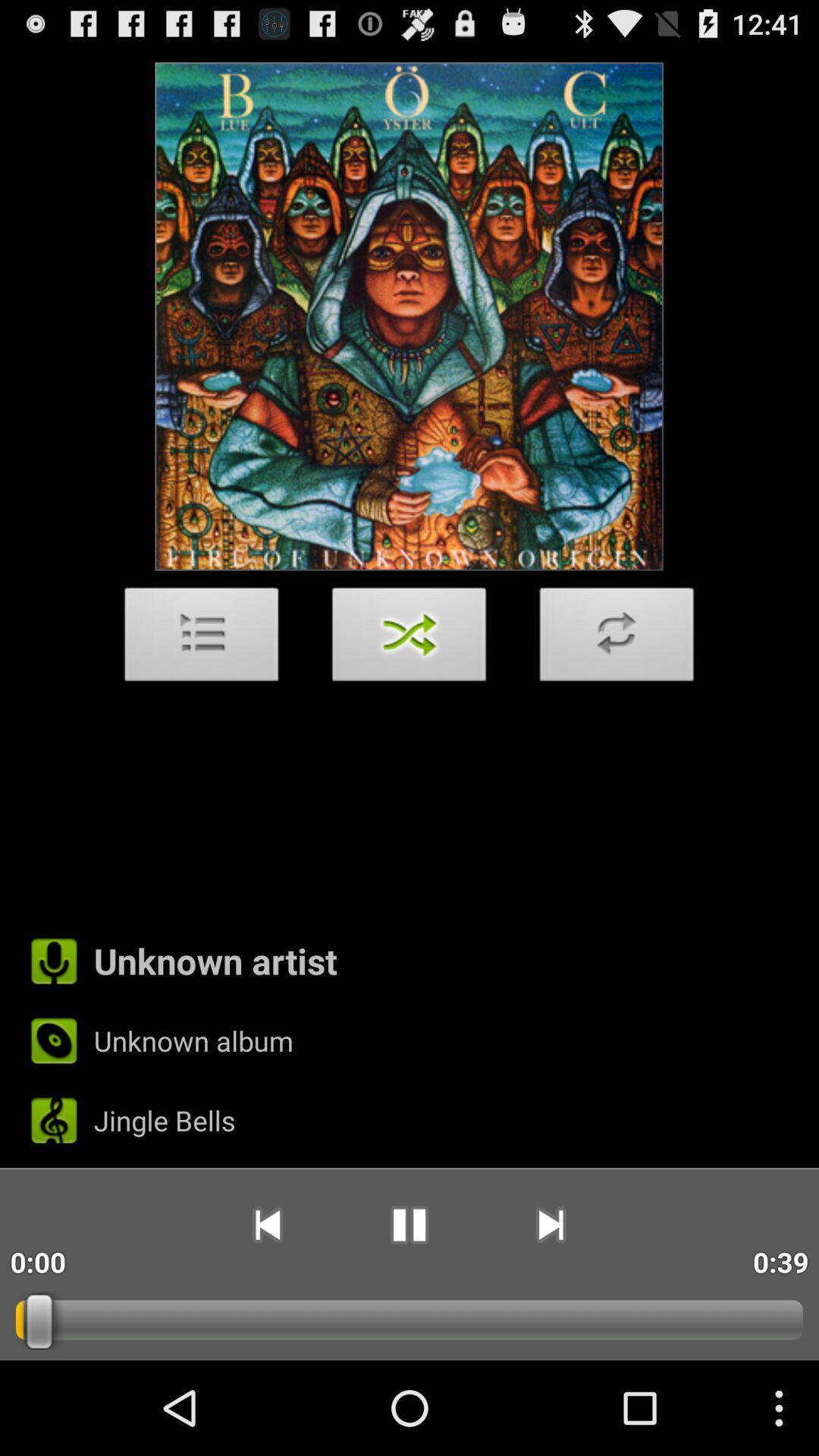  I want to click on icon on the right, so click(617, 639).